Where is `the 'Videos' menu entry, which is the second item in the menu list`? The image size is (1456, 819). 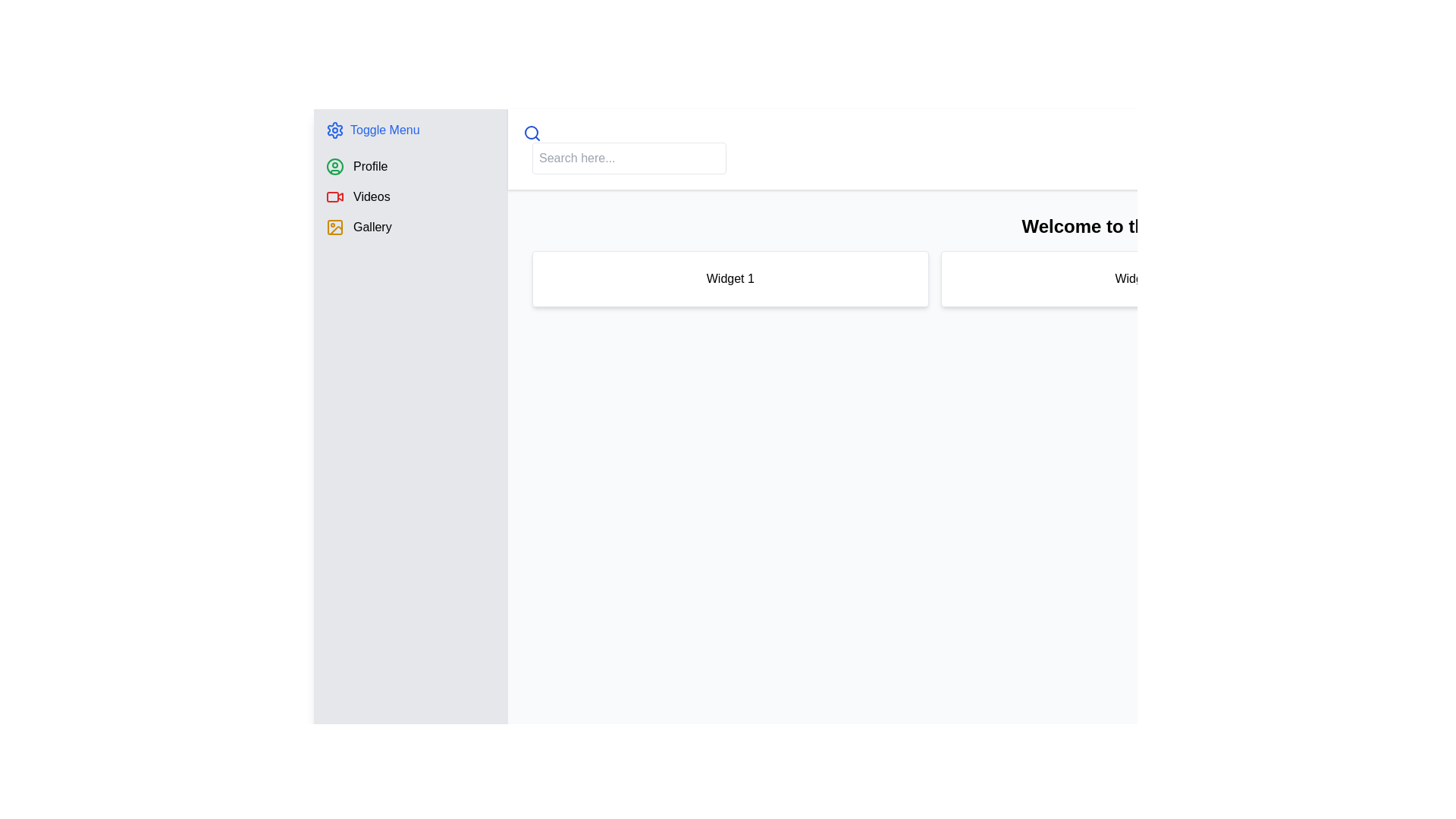 the 'Videos' menu entry, which is the second item in the menu list is located at coordinates (411, 196).